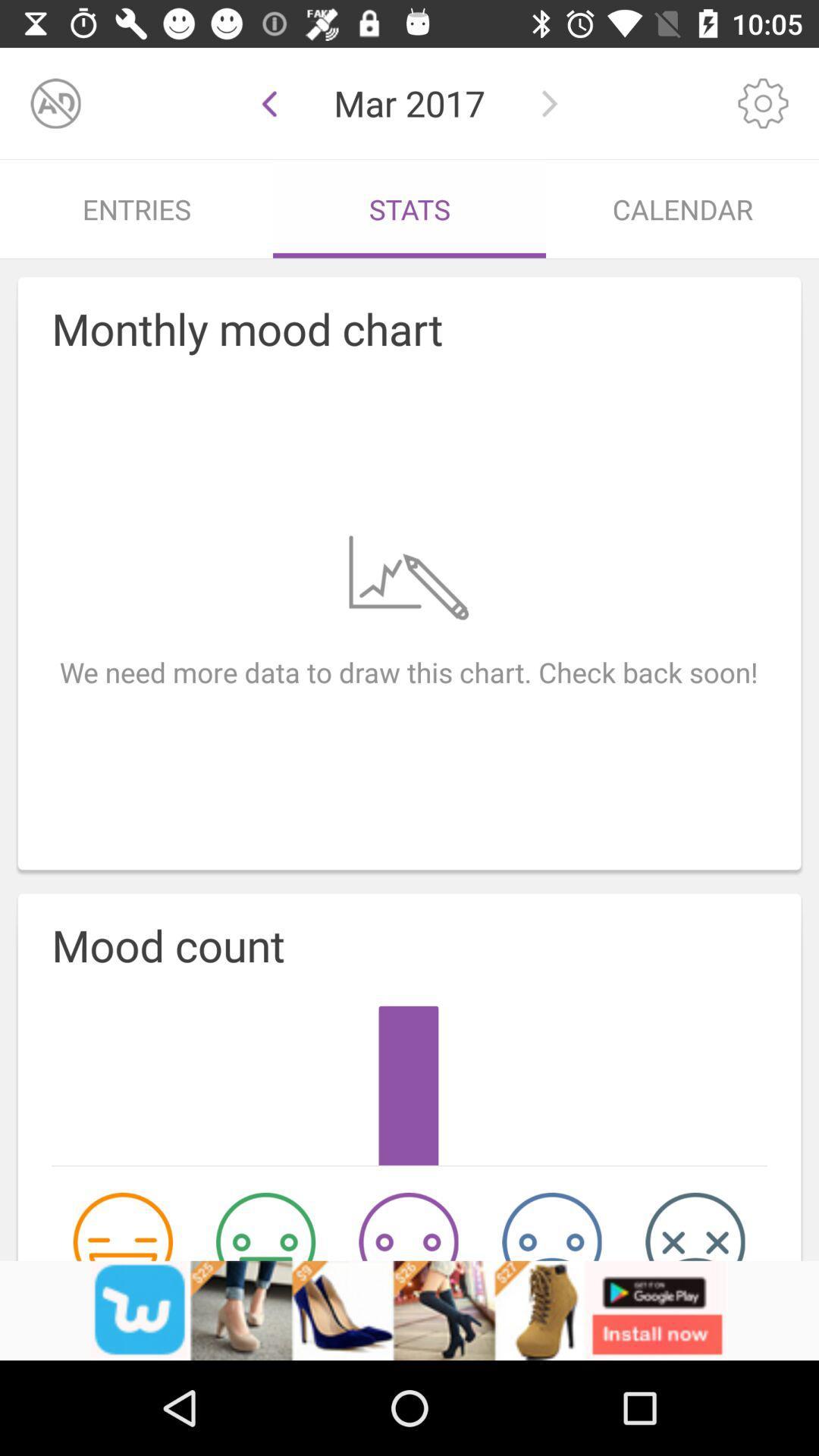  What do you see at coordinates (409, 1310) in the screenshot?
I see `the option` at bounding box center [409, 1310].